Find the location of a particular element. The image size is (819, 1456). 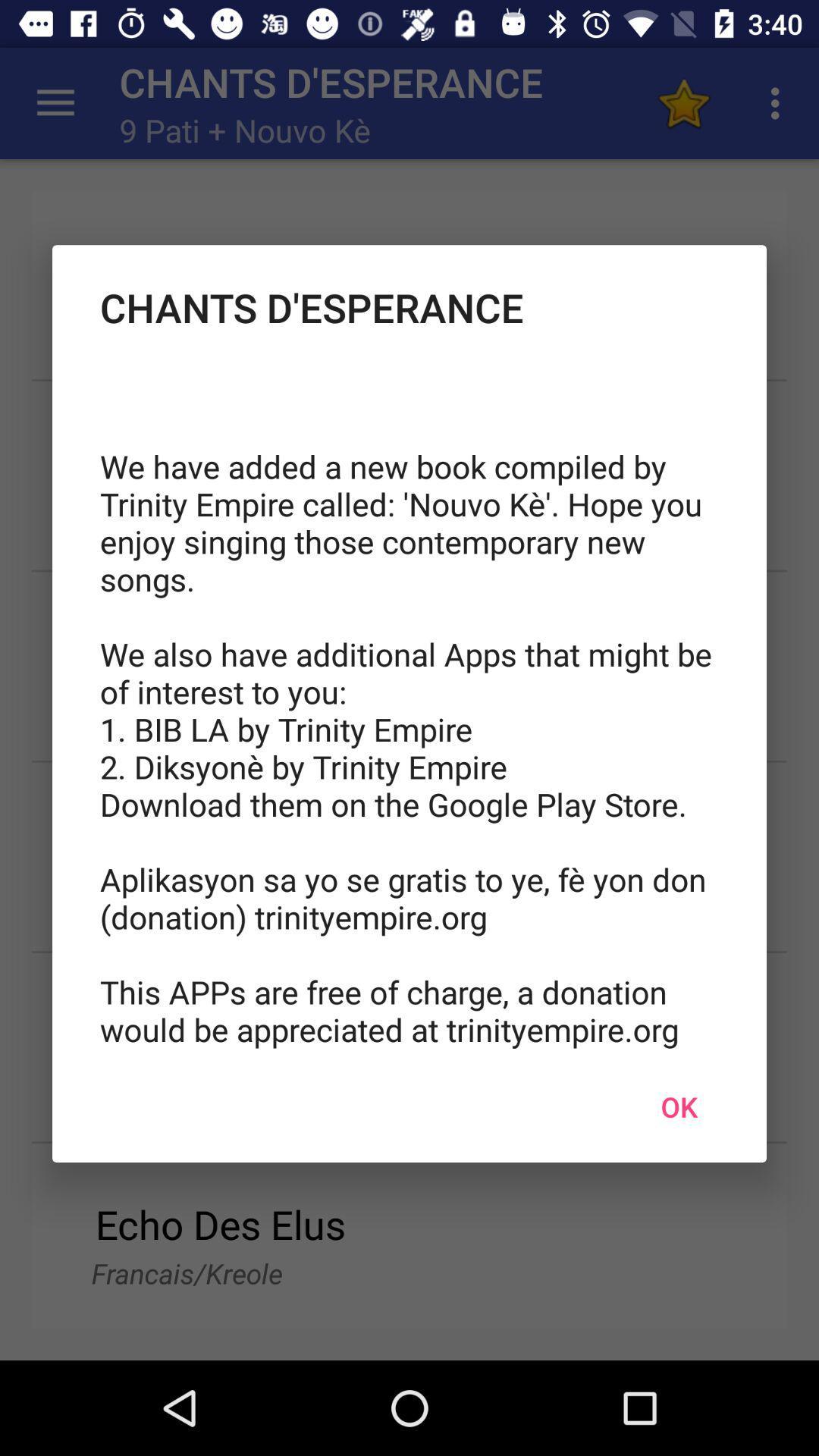

ok icon is located at coordinates (678, 1106).